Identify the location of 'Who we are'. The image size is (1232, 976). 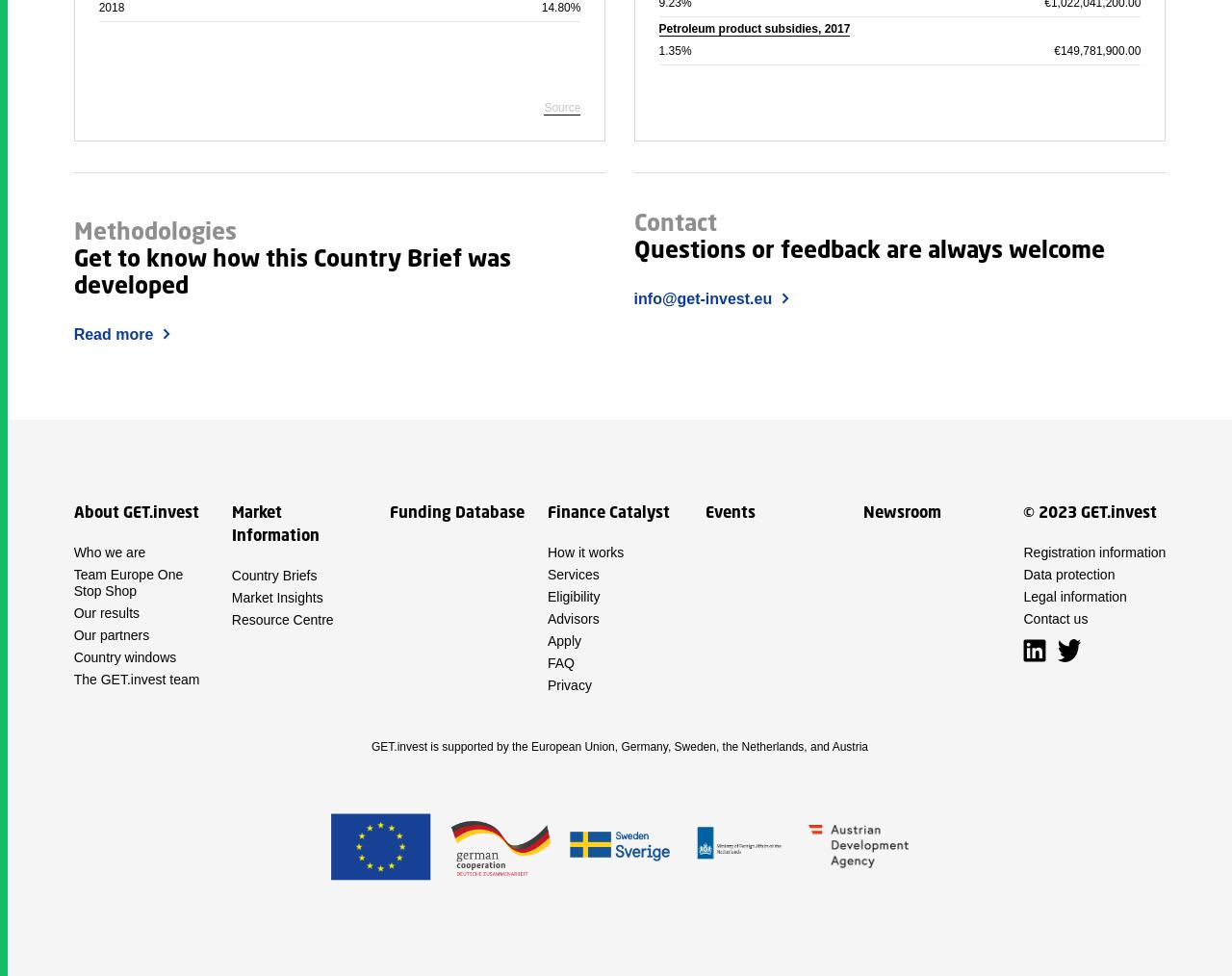
(73, 551).